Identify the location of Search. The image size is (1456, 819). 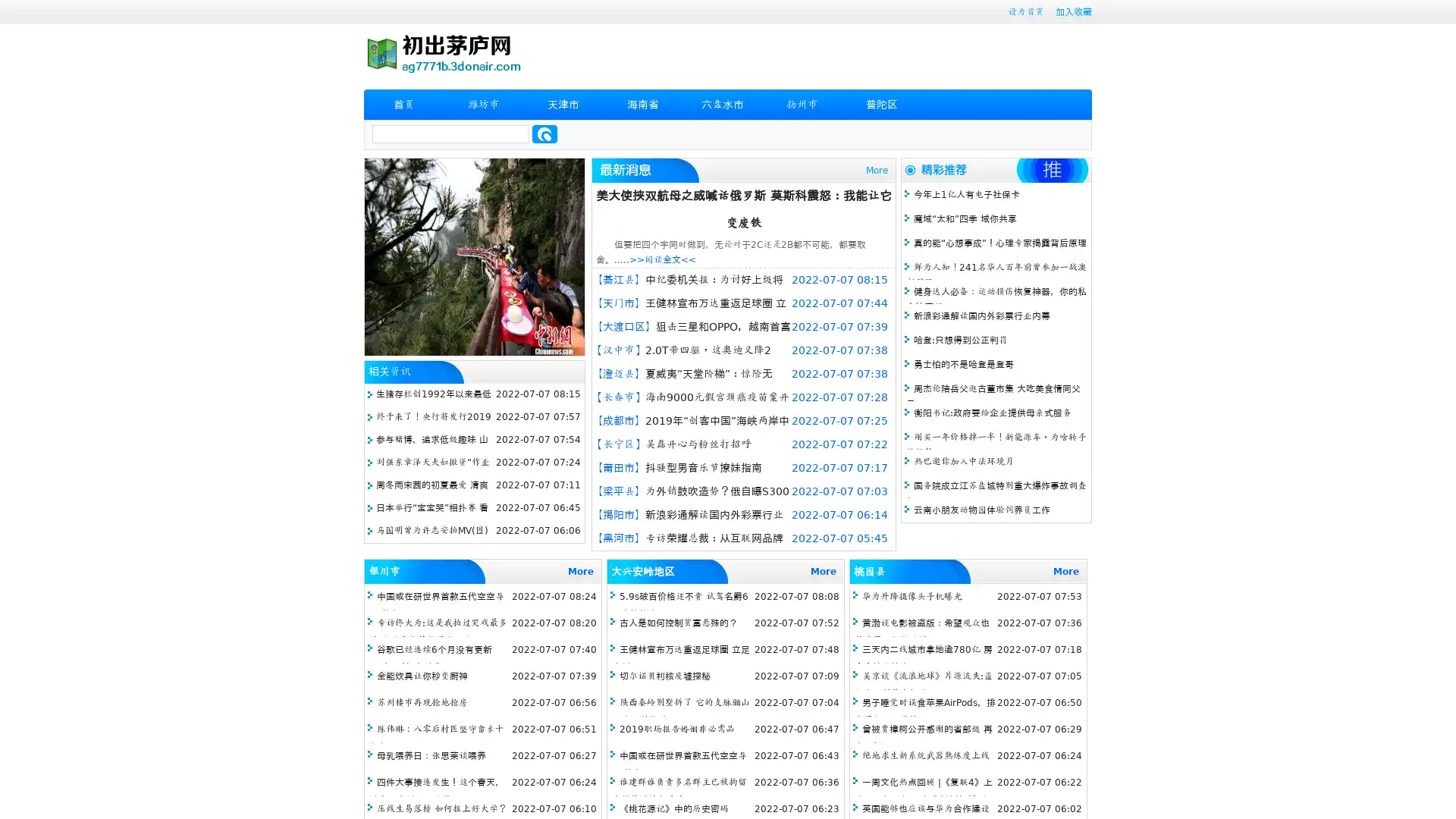
(544, 133).